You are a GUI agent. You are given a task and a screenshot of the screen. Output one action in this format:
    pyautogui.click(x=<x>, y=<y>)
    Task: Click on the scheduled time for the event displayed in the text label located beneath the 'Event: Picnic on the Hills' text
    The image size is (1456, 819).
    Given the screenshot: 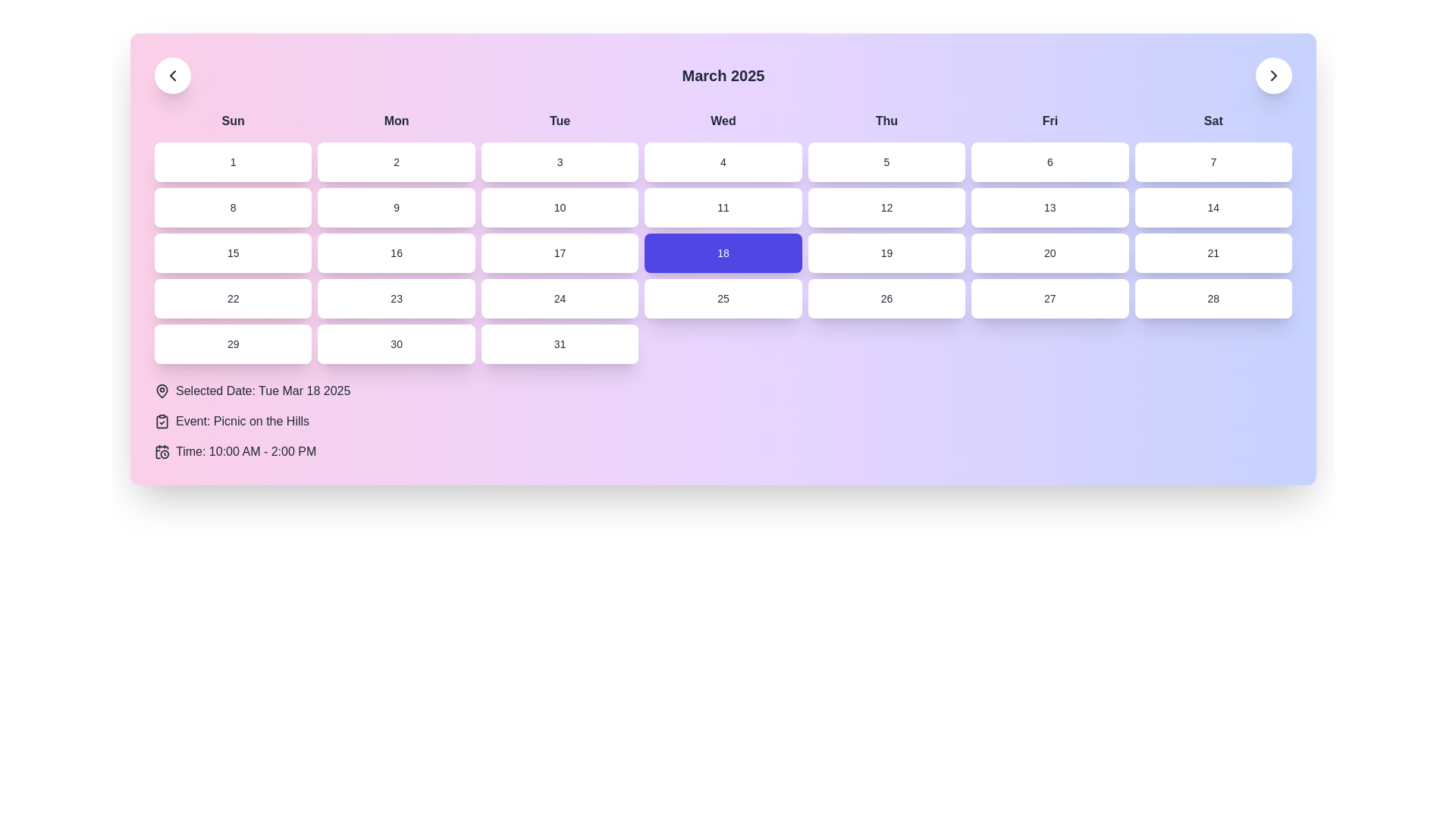 What is the action you would take?
    pyautogui.click(x=246, y=451)
    